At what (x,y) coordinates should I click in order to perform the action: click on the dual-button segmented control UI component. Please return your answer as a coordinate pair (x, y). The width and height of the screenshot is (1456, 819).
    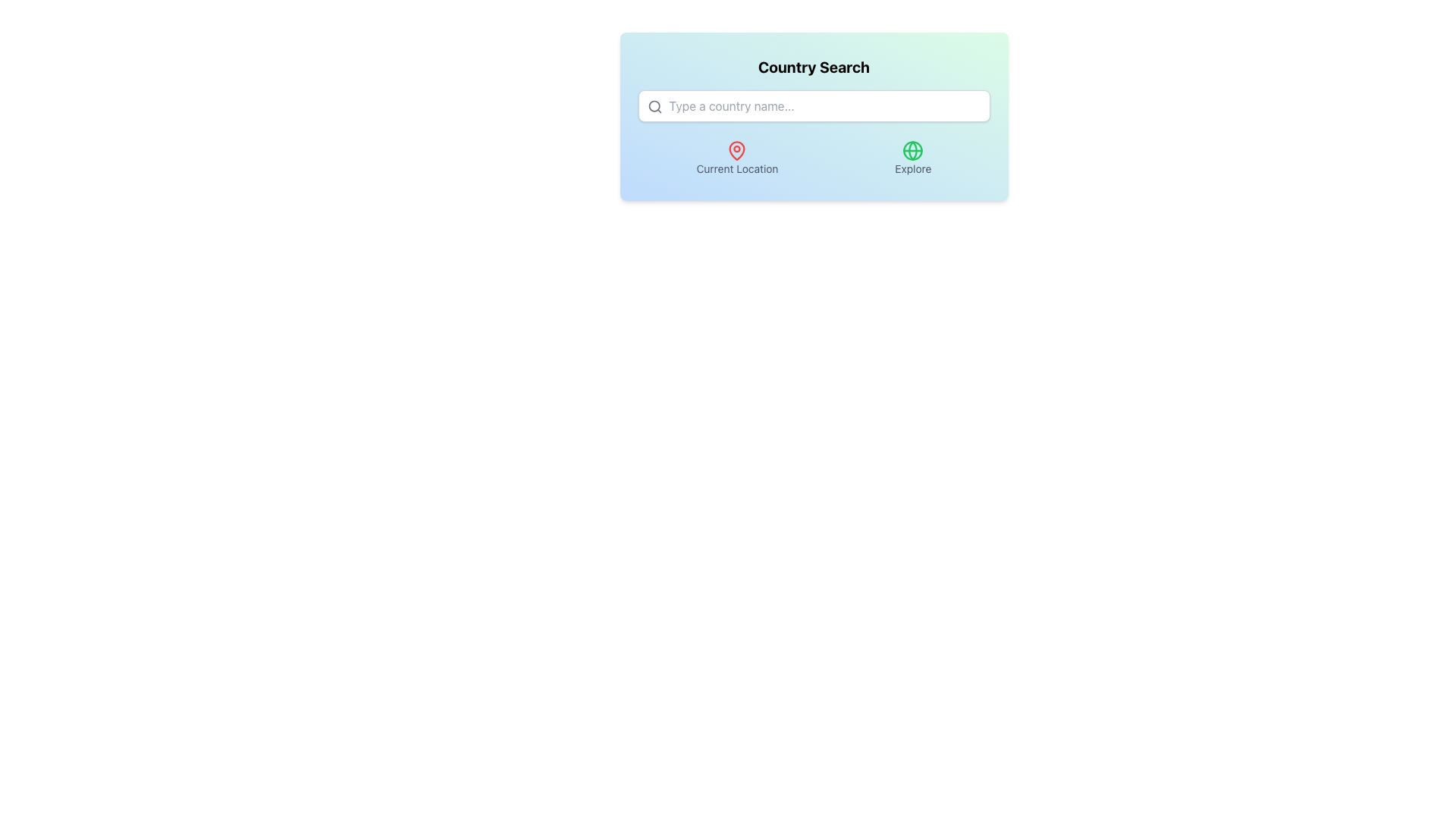
    Looking at the image, I should click on (813, 158).